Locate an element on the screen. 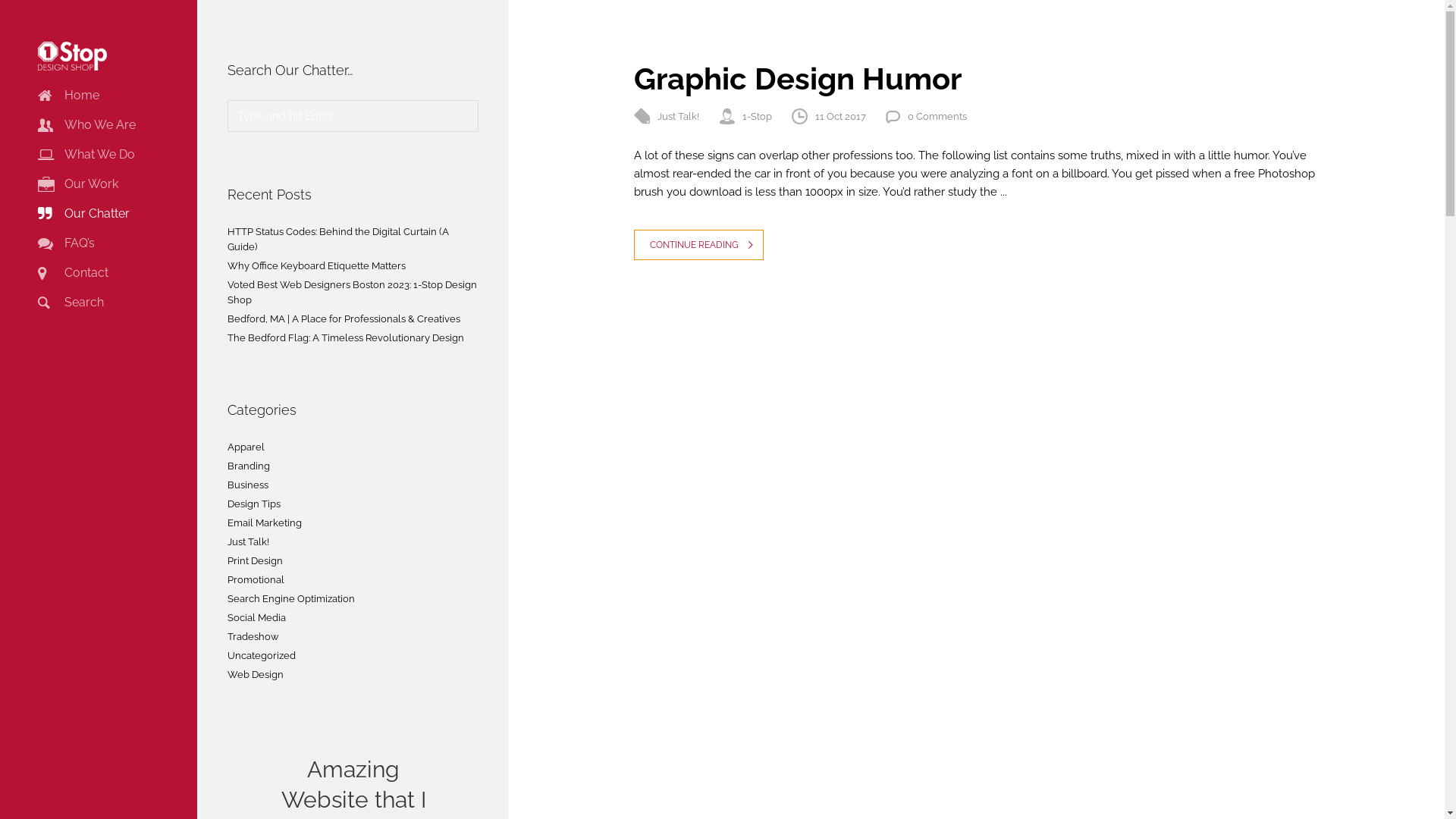 The width and height of the screenshot is (1456, 819). 'Web Design' is located at coordinates (255, 674).